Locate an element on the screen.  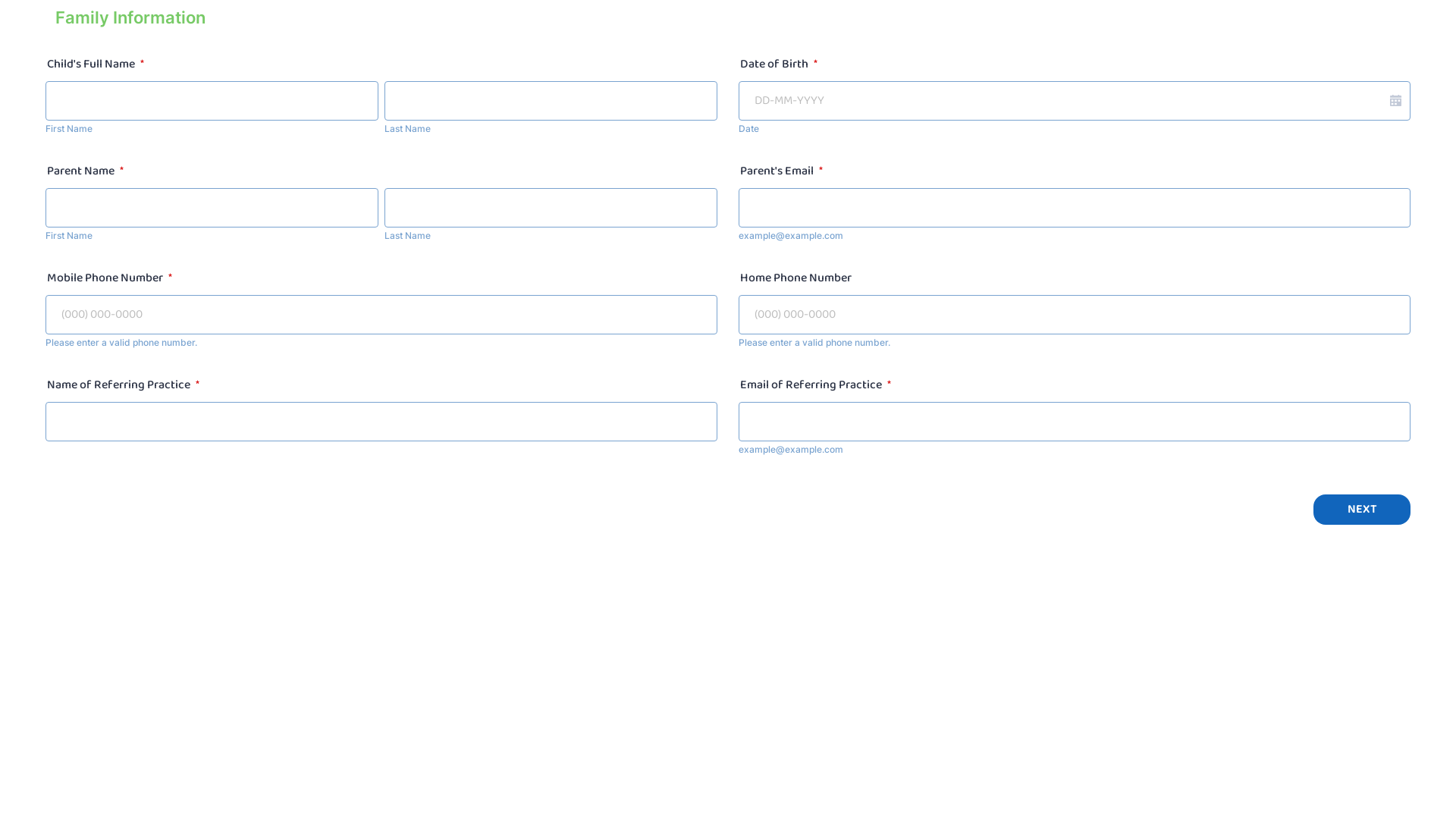
'NEXT' is located at coordinates (1361, 509).